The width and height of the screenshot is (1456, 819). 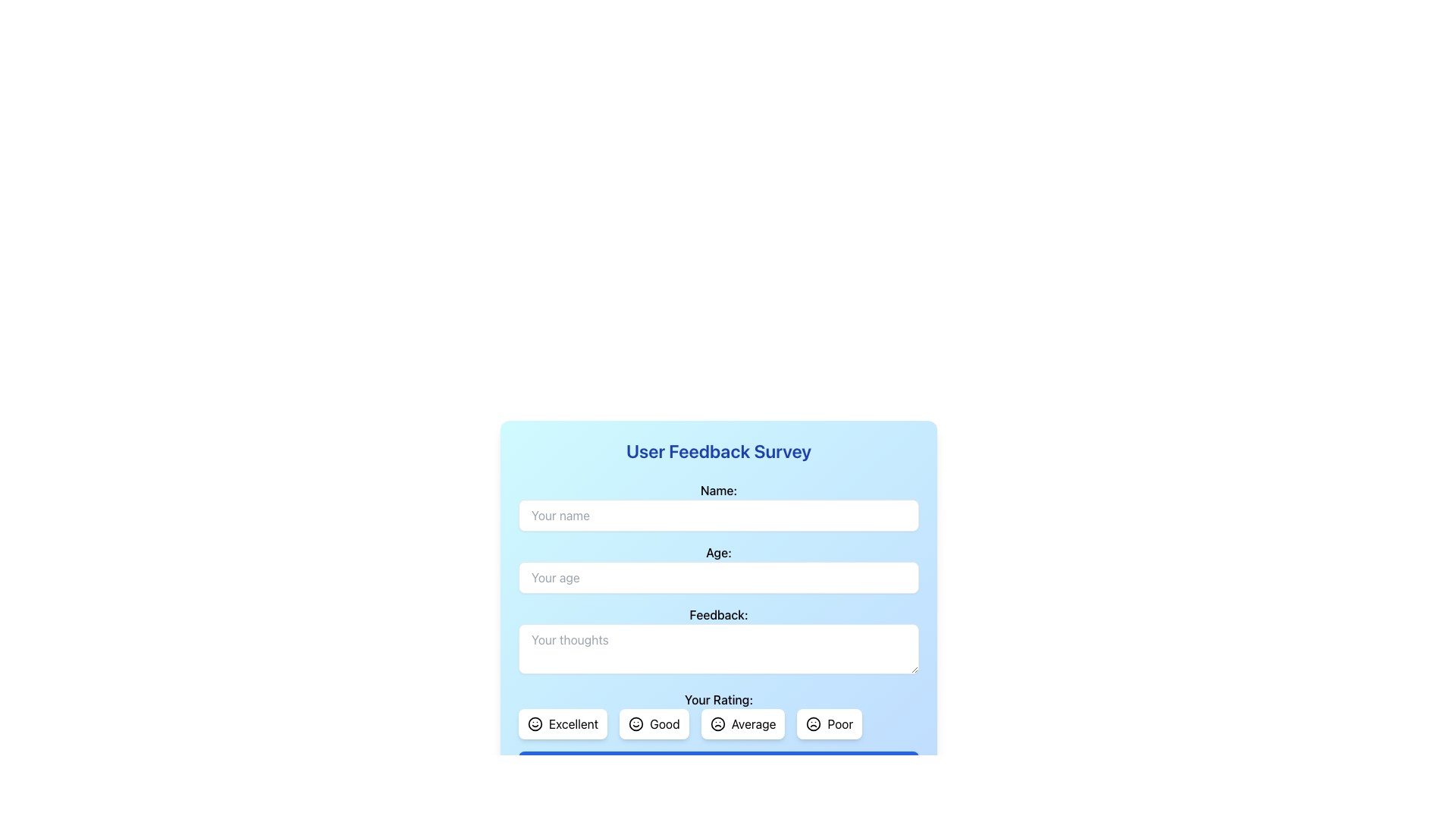 What do you see at coordinates (829, 723) in the screenshot?
I see `the 'Poor' rating button, which is the fourth and rightmost button in the series of four buttons labeled 'Excellent', 'Good', 'Average', and 'Poor' on the survey feedback form` at bounding box center [829, 723].